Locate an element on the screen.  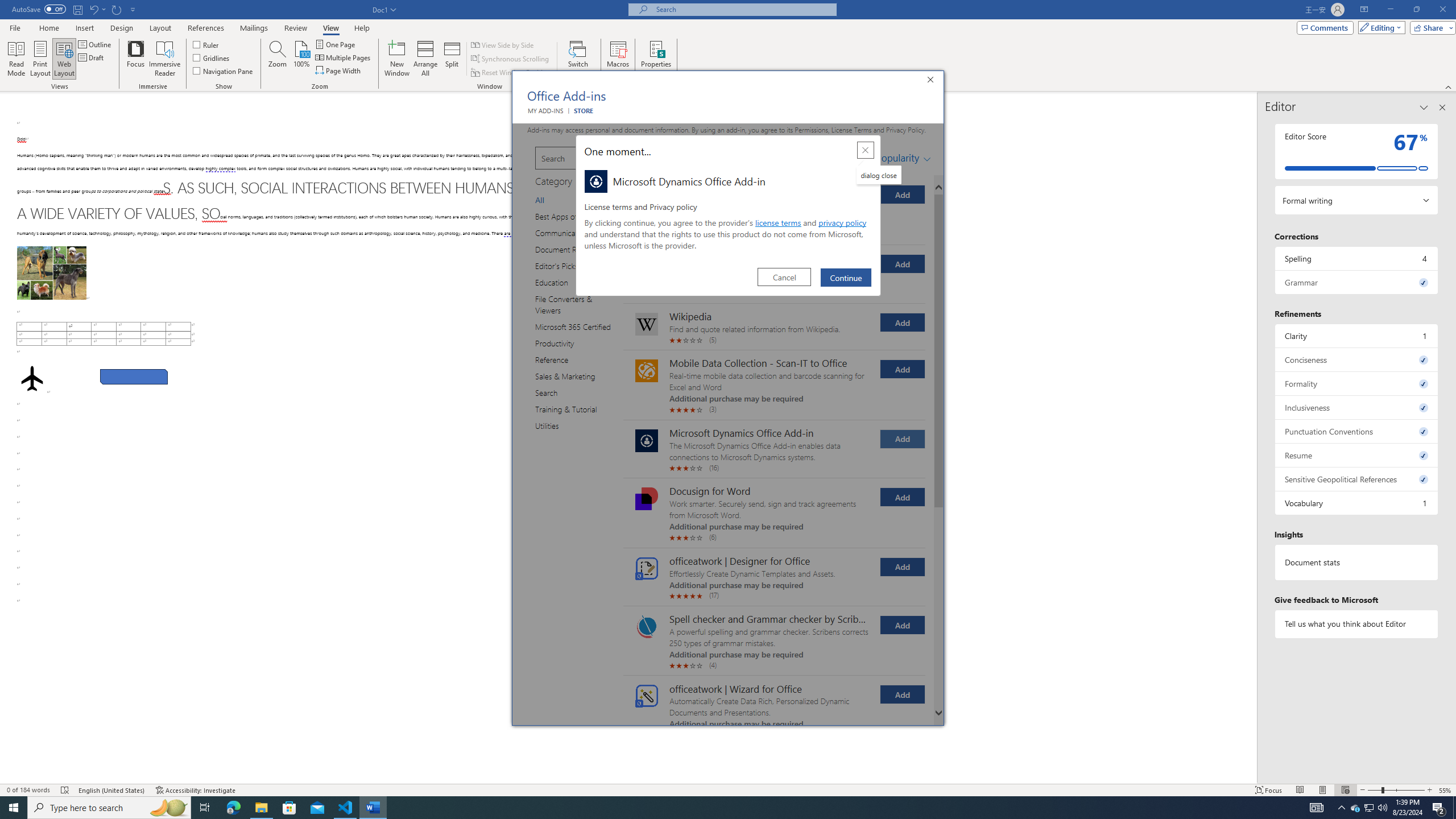
'Page Width' is located at coordinates (338, 69).